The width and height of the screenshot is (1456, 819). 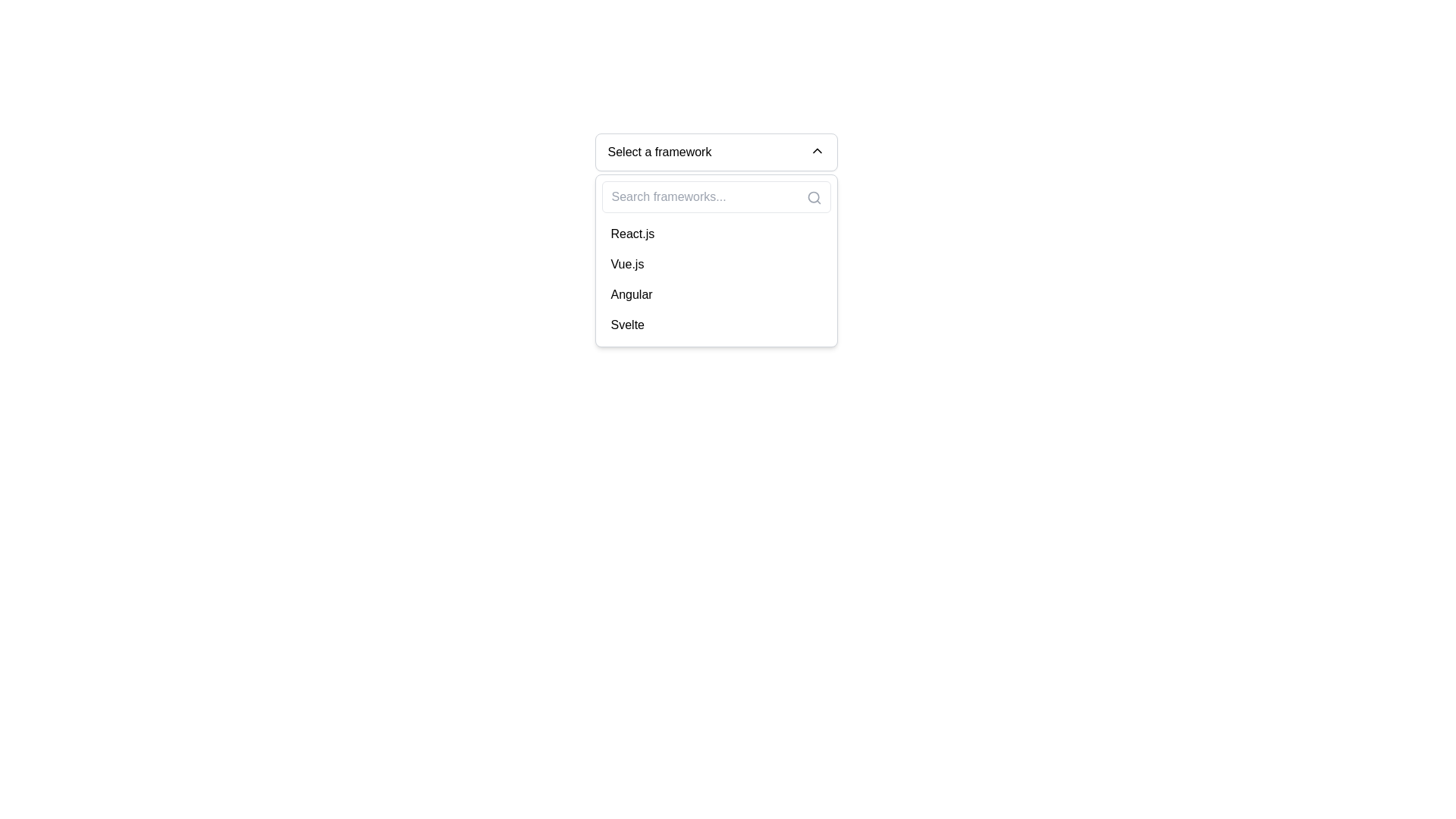 I want to click on the small gray search icon, which is an outline of a magnifying glass, located in the top-right corner of the search input box labeled 'Search frameworks...', so click(x=813, y=197).